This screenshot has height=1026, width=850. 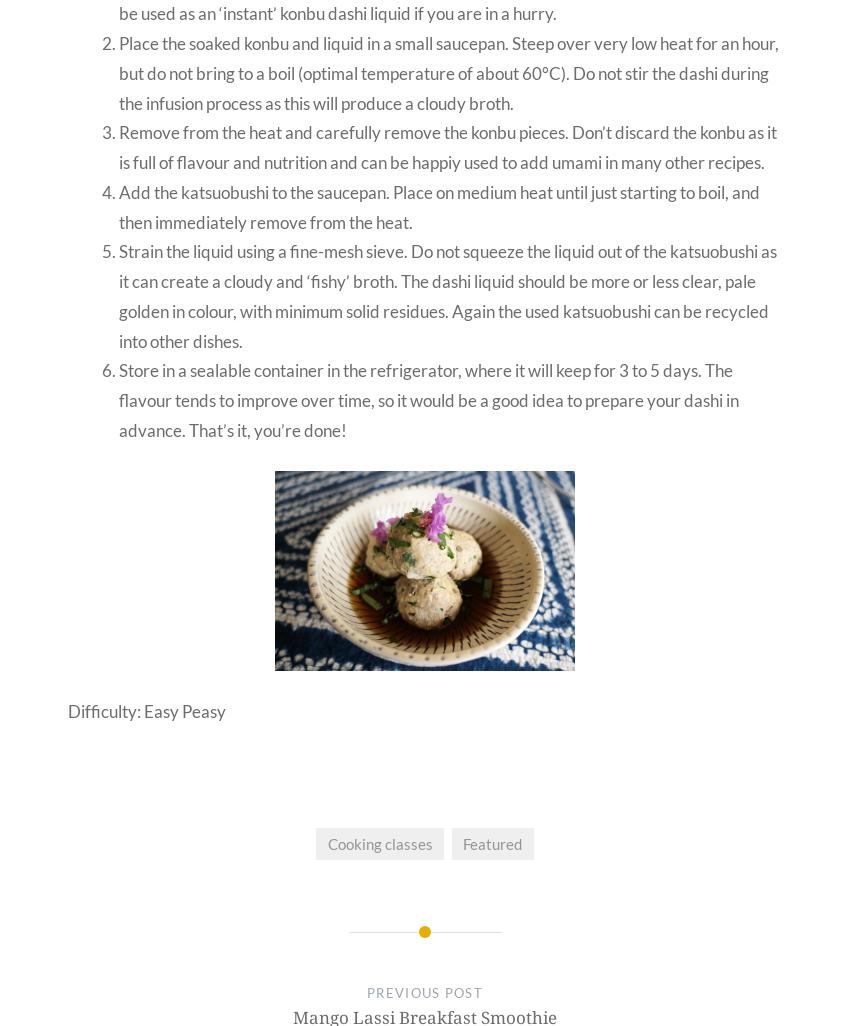 I want to click on 'Add the katsuobushi to the saucepan. Place on medium heat until just starting to boil, and then immediately remove from the heat.', so click(x=438, y=206).